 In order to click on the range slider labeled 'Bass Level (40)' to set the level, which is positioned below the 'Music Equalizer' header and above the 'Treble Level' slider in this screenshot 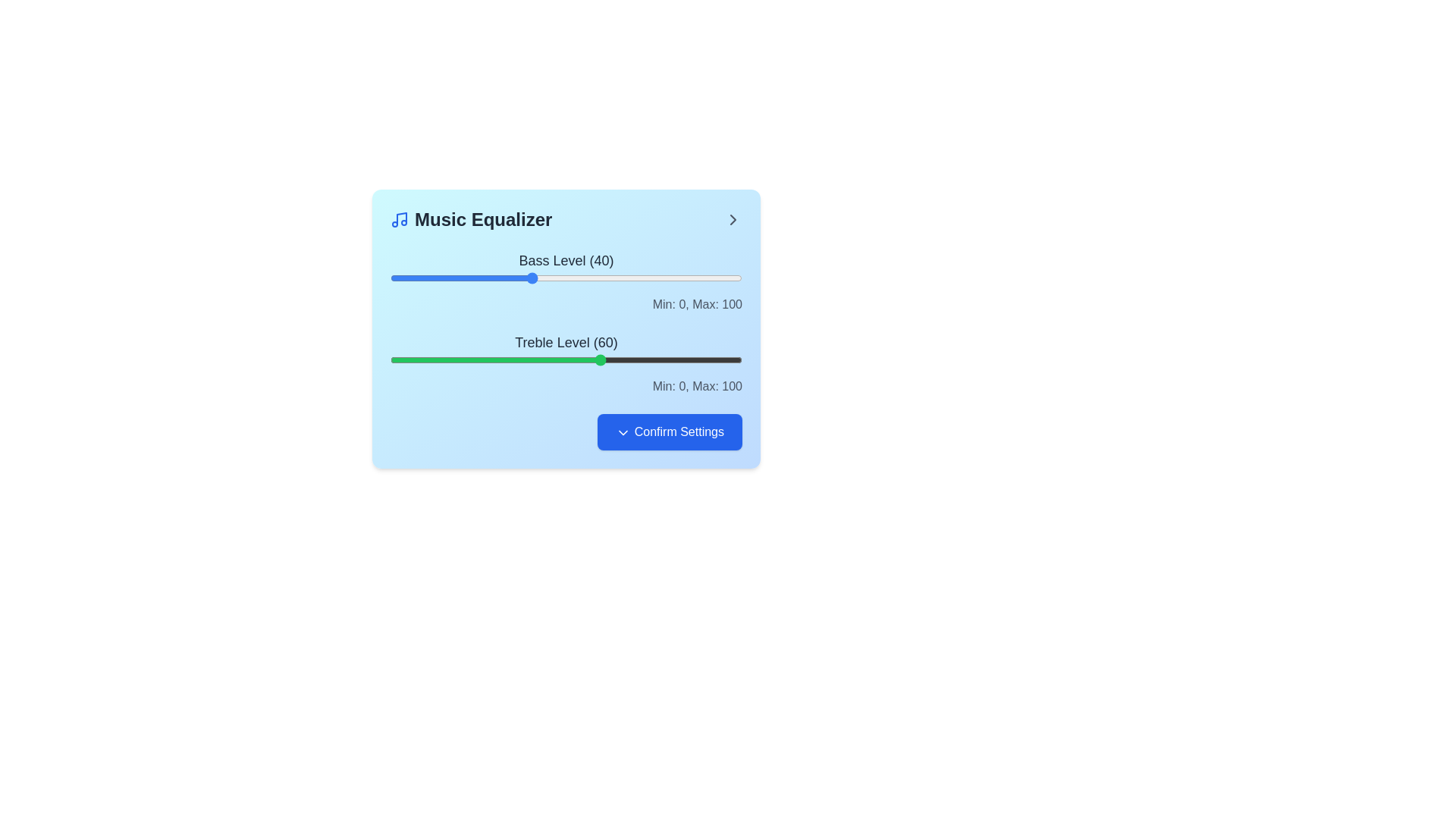, I will do `click(566, 281)`.